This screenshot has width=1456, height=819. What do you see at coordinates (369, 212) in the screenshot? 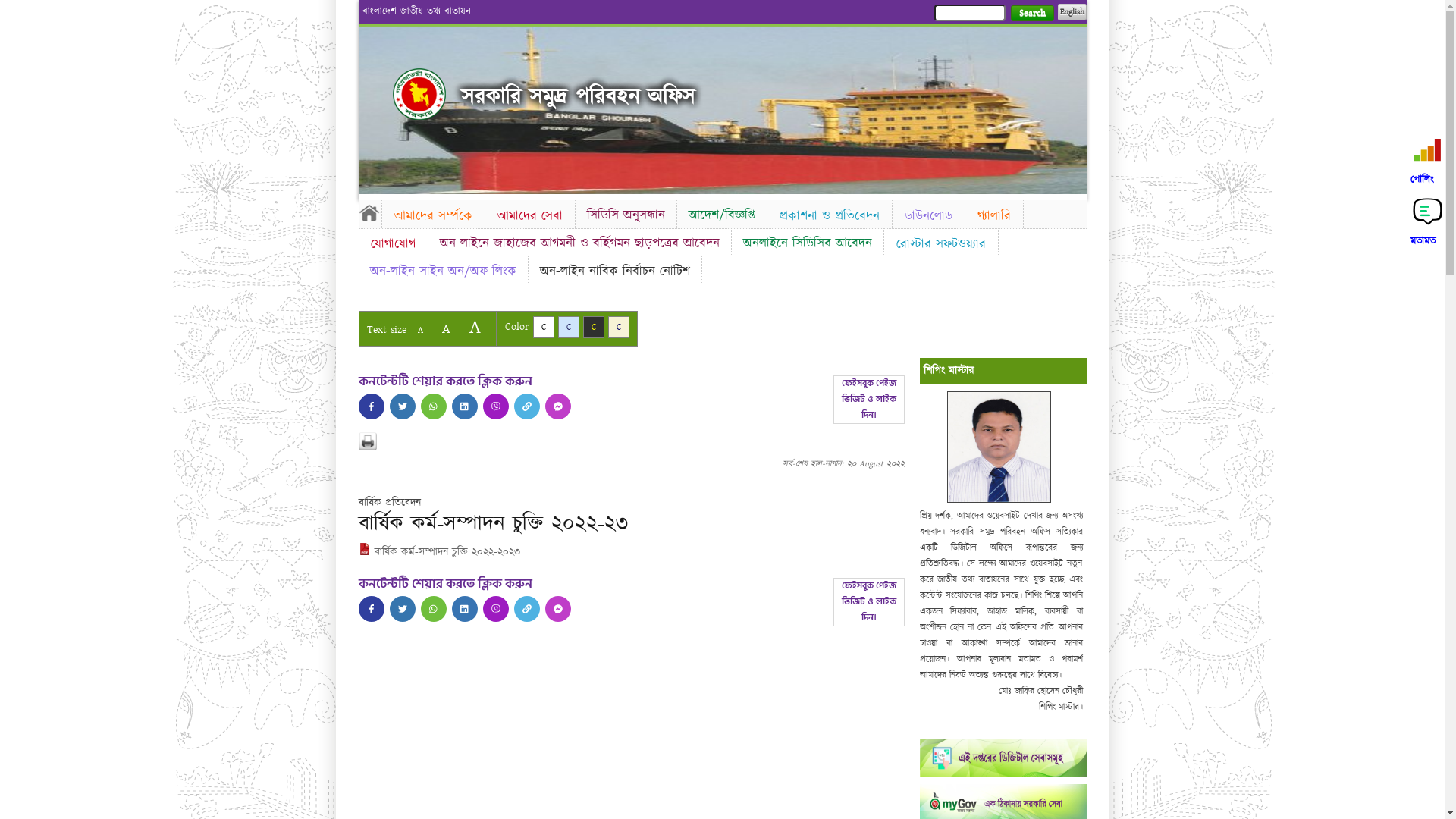
I see `'Home'` at bounding box center [369, 212].